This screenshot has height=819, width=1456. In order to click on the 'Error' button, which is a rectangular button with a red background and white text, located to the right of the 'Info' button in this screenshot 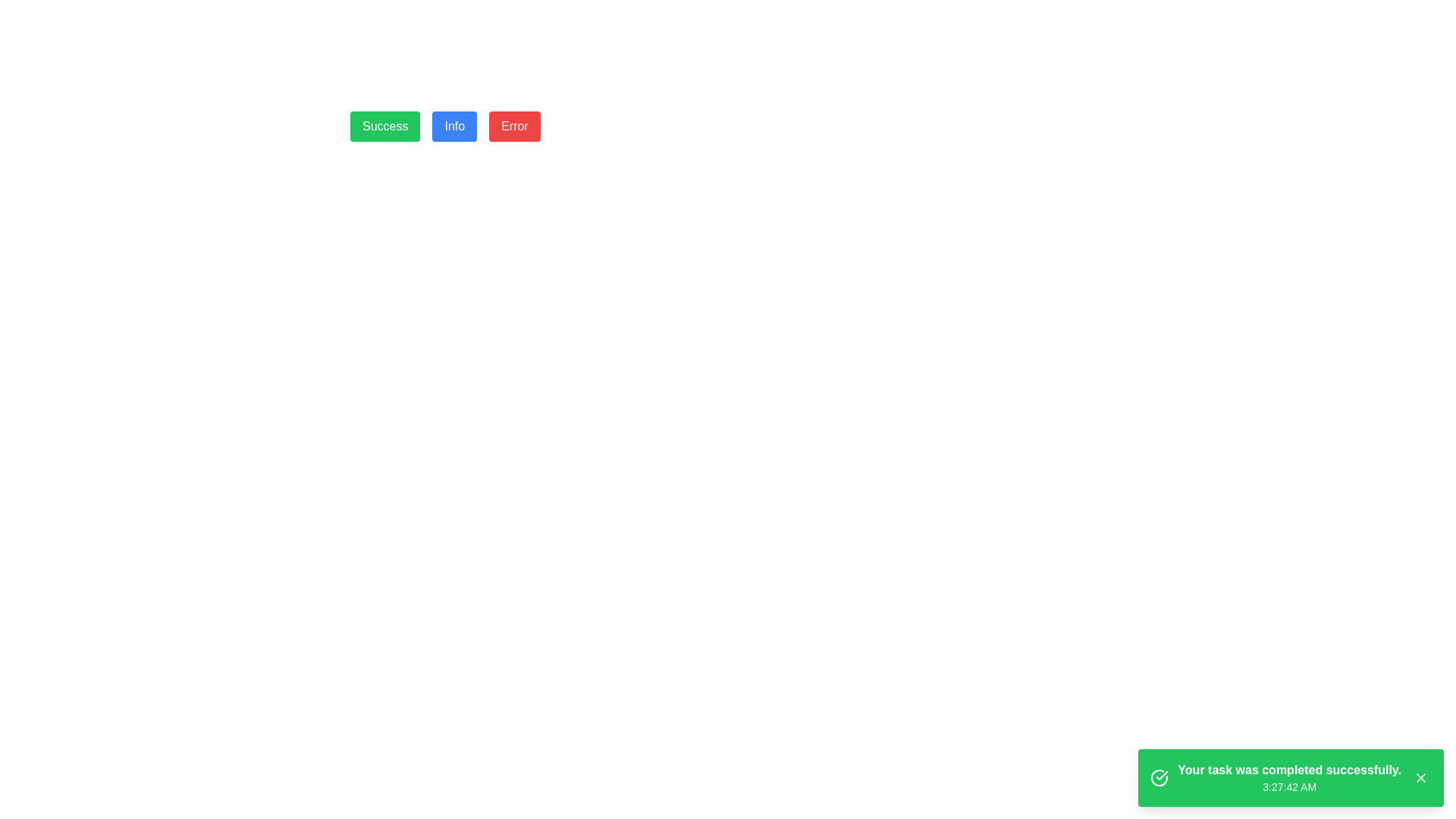, I will do `click(514, 125)`.